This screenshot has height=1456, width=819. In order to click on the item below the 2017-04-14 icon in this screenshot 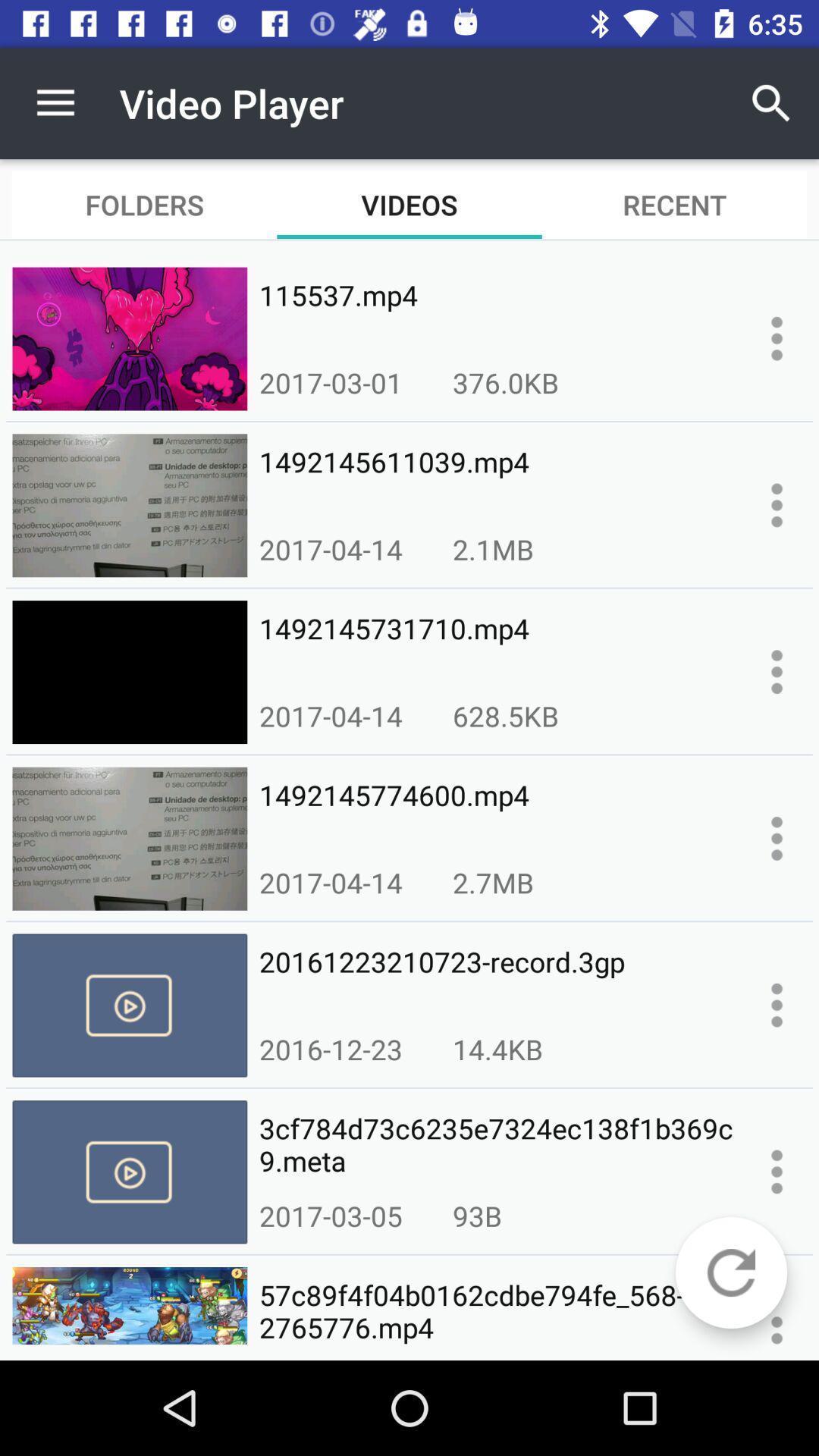, I will do `click(497, 978)`.